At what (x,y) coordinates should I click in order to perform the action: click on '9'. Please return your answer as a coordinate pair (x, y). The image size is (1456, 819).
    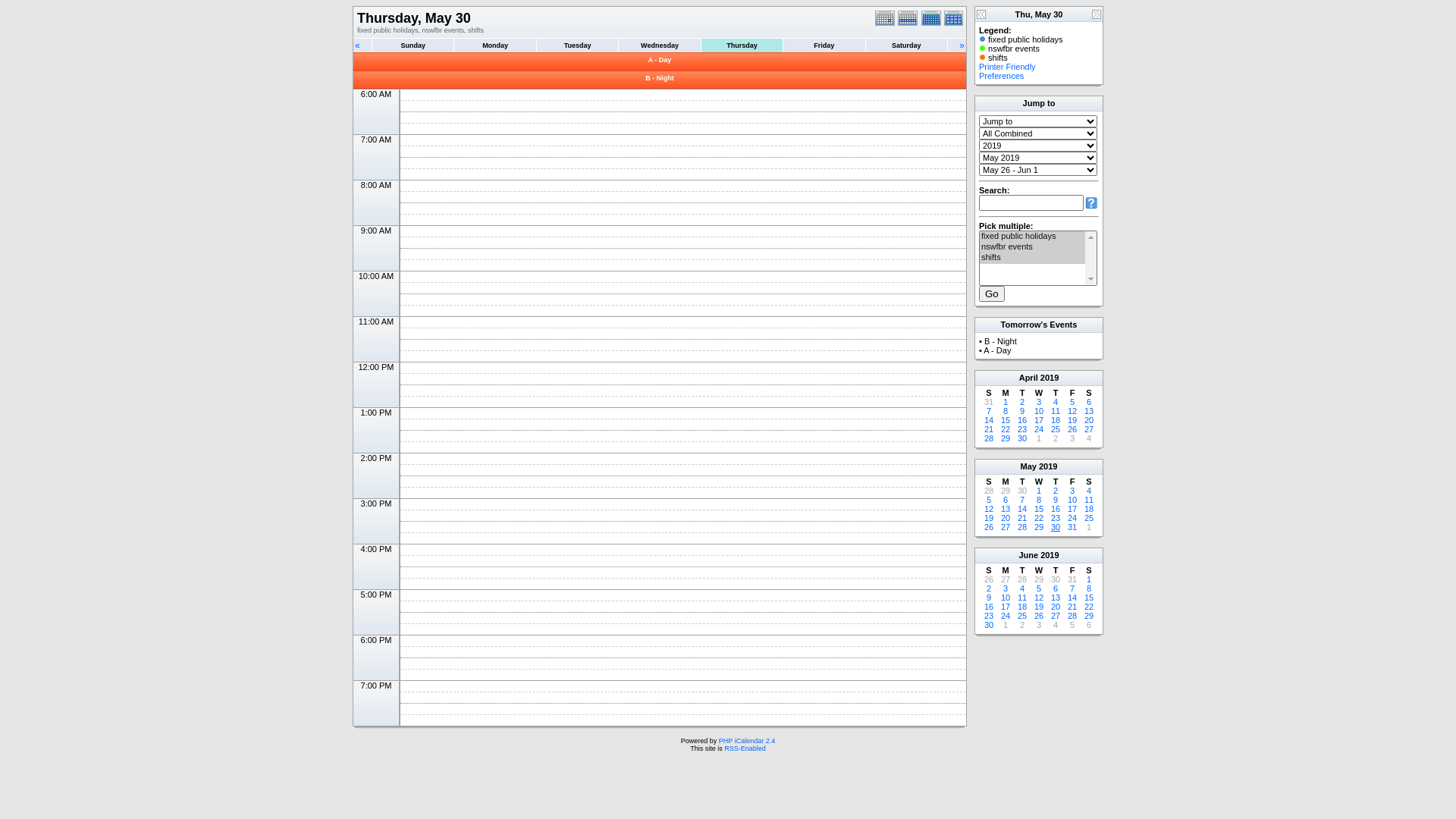
    Looking at the image, I should click on (1055, 500).